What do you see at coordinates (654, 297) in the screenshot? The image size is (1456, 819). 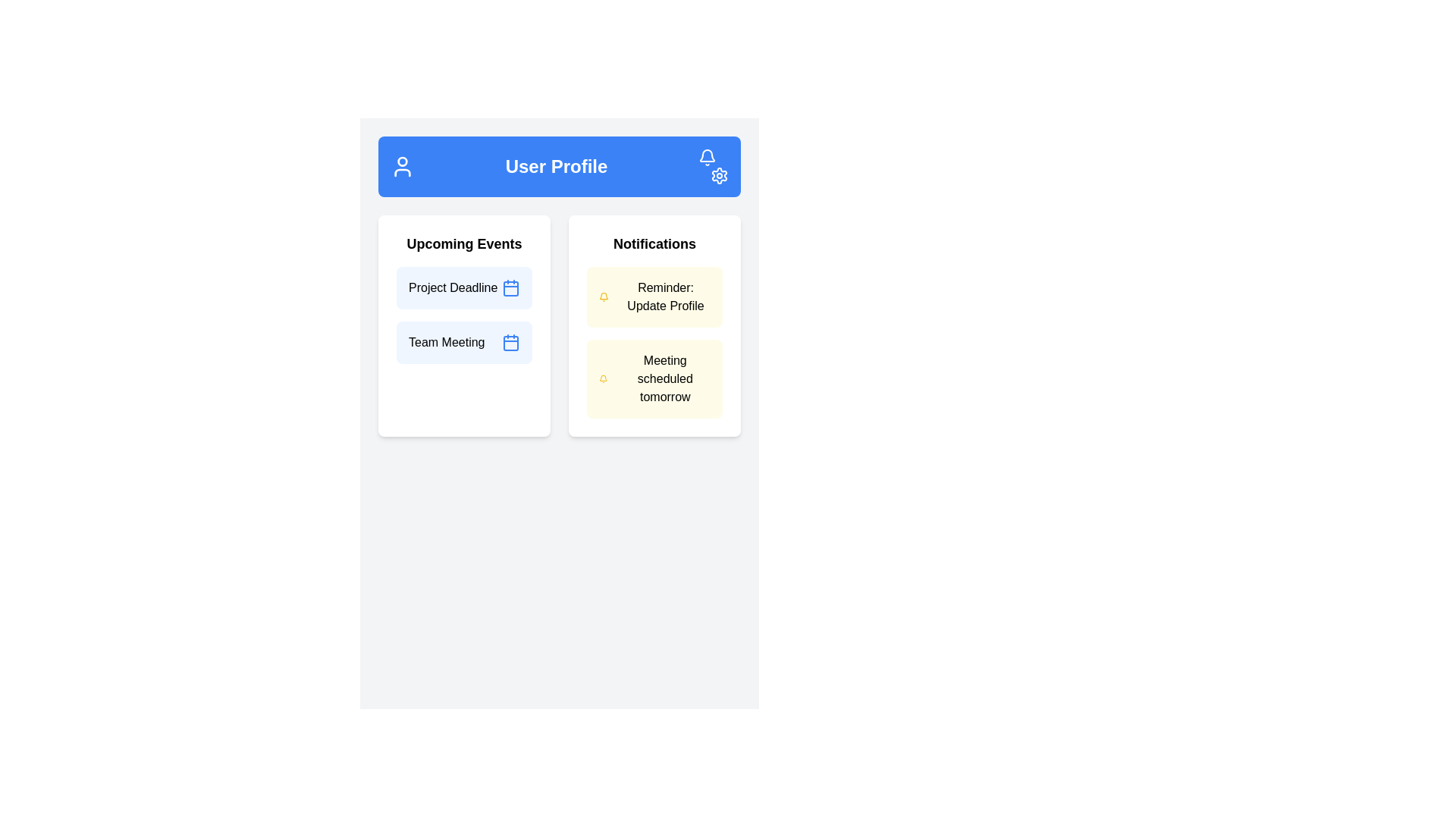 I see `the Notification card with a yellow background and bold black text stating 'Reminder: Update Profile', located in the right panel under 'Notifications'` at bounding box center [654, 297].